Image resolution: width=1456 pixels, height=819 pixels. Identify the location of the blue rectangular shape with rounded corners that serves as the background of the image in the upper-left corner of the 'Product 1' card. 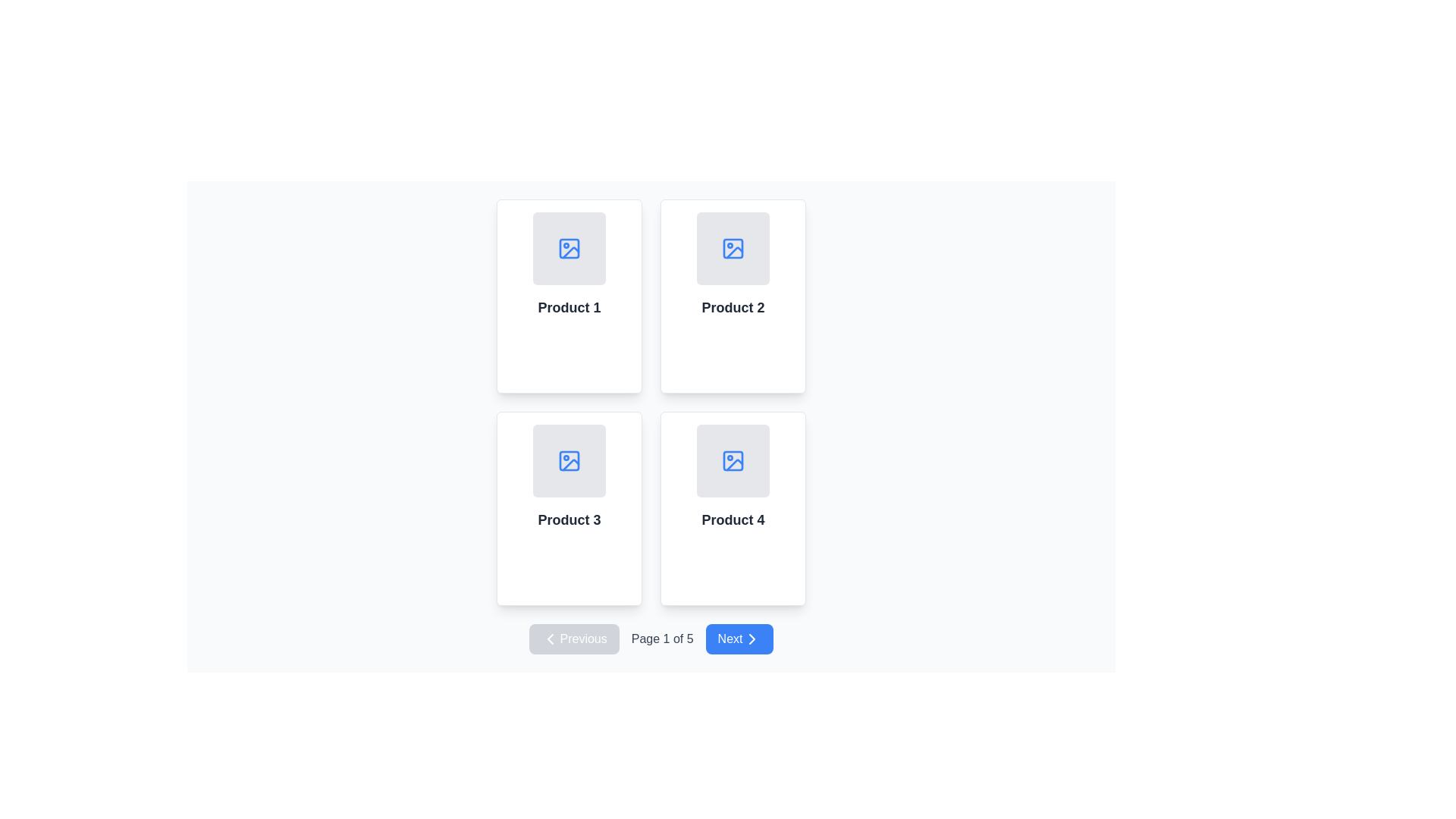
(568, 247).